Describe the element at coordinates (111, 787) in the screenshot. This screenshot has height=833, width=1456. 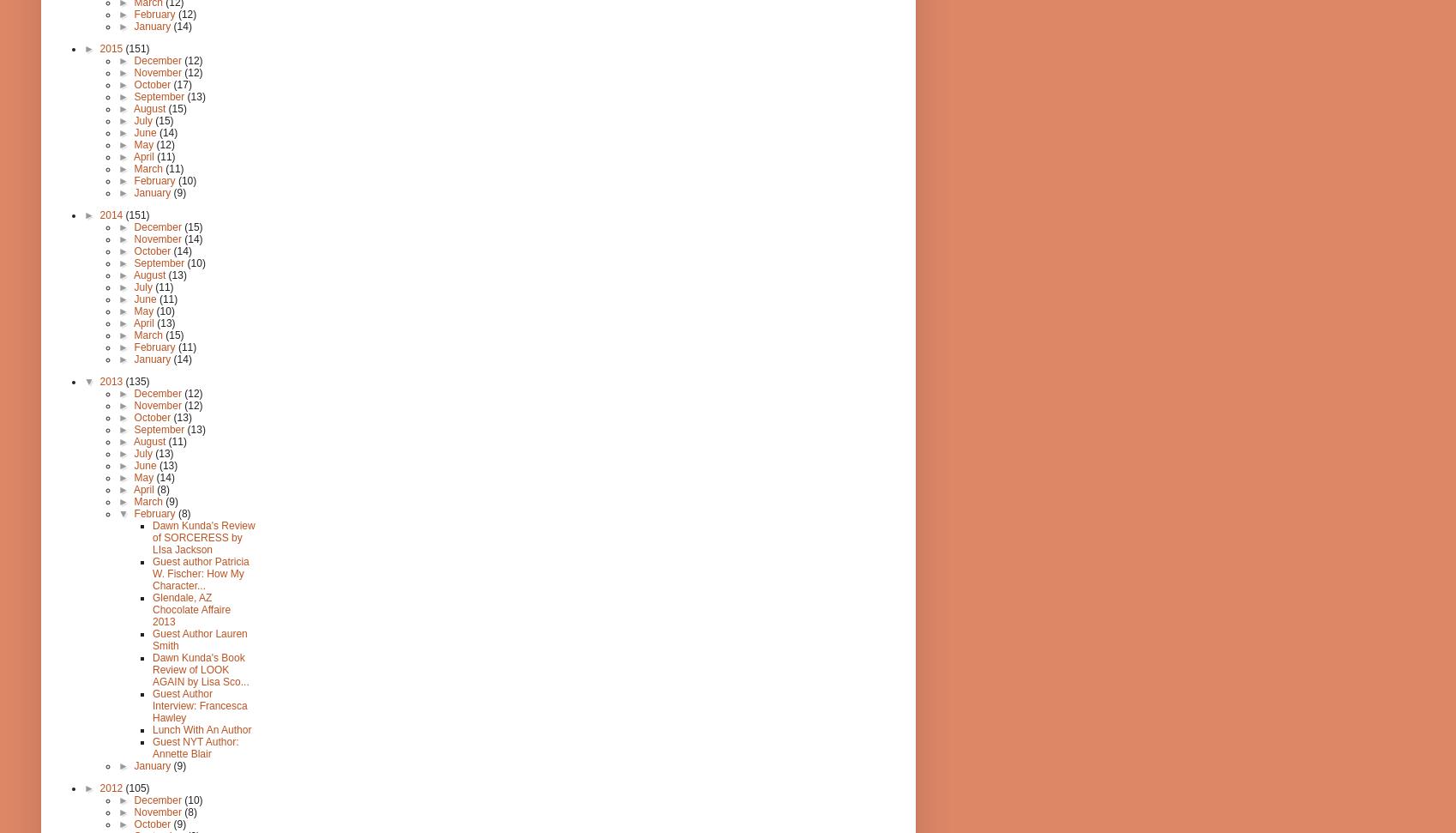
I see `'2012'` at that location.